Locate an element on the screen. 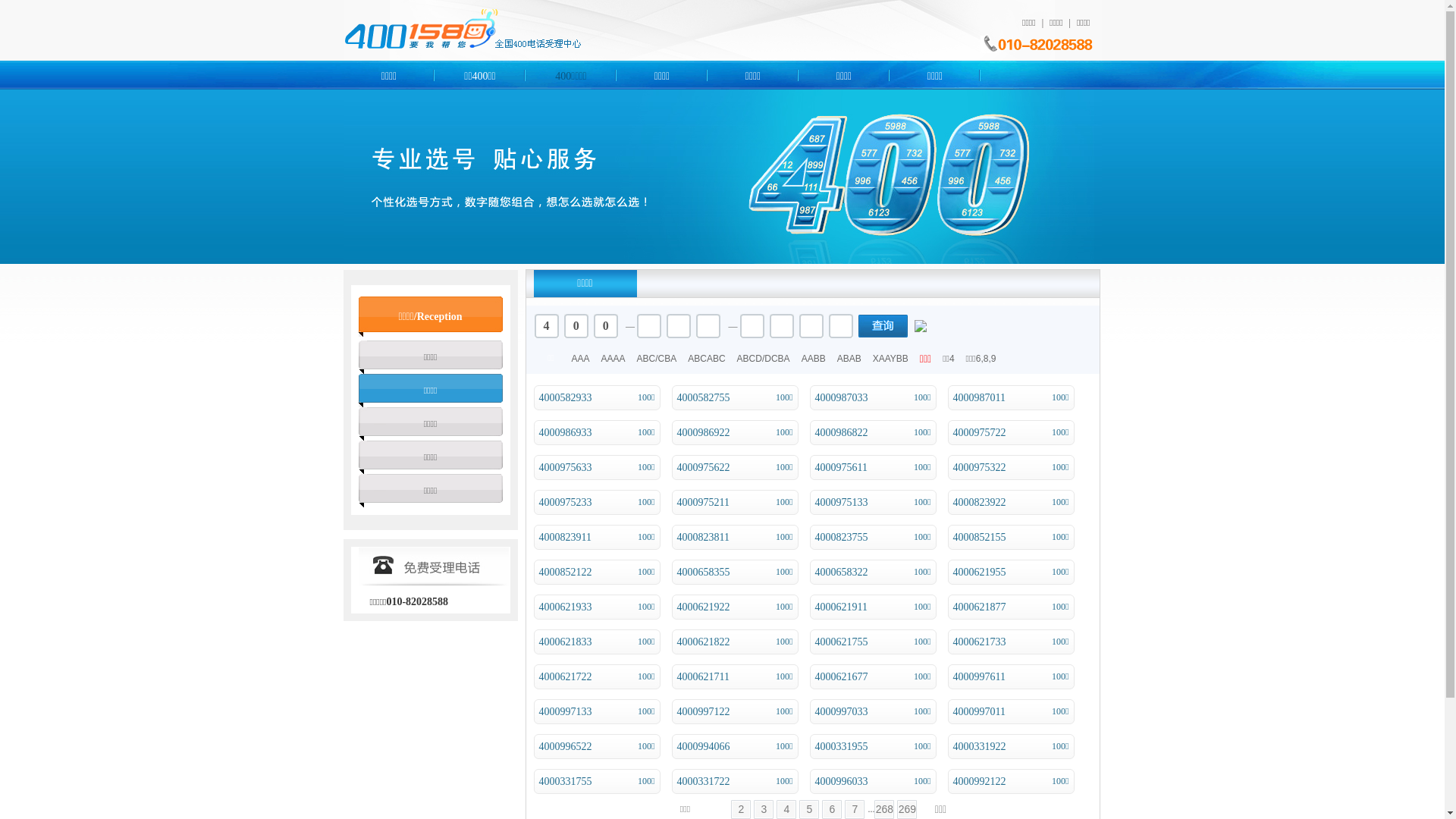 This screenshot has width=1456, height=819. 'AABB' is located at coordinates (796, 359).